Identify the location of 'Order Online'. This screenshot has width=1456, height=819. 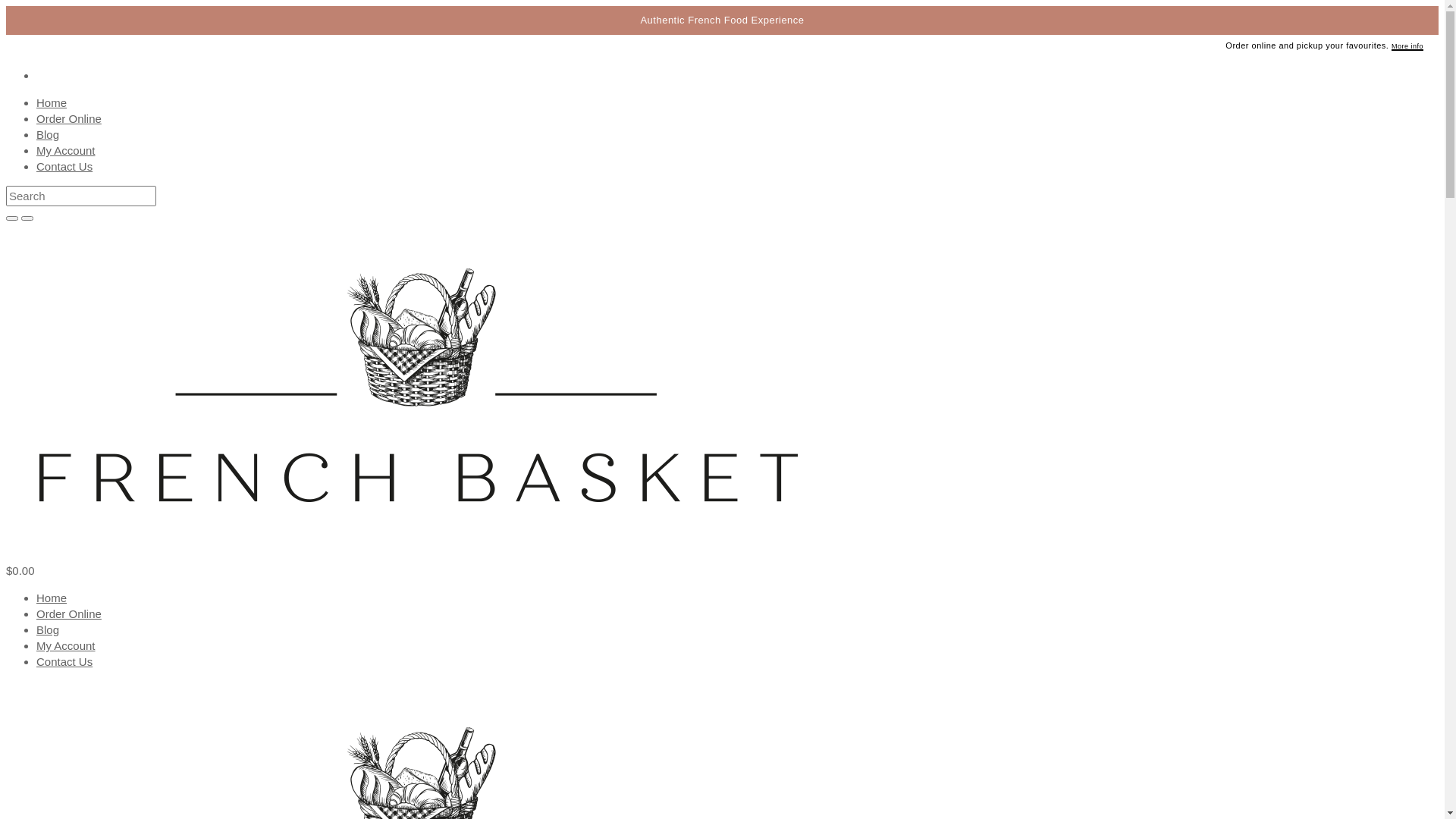
(68, 118).